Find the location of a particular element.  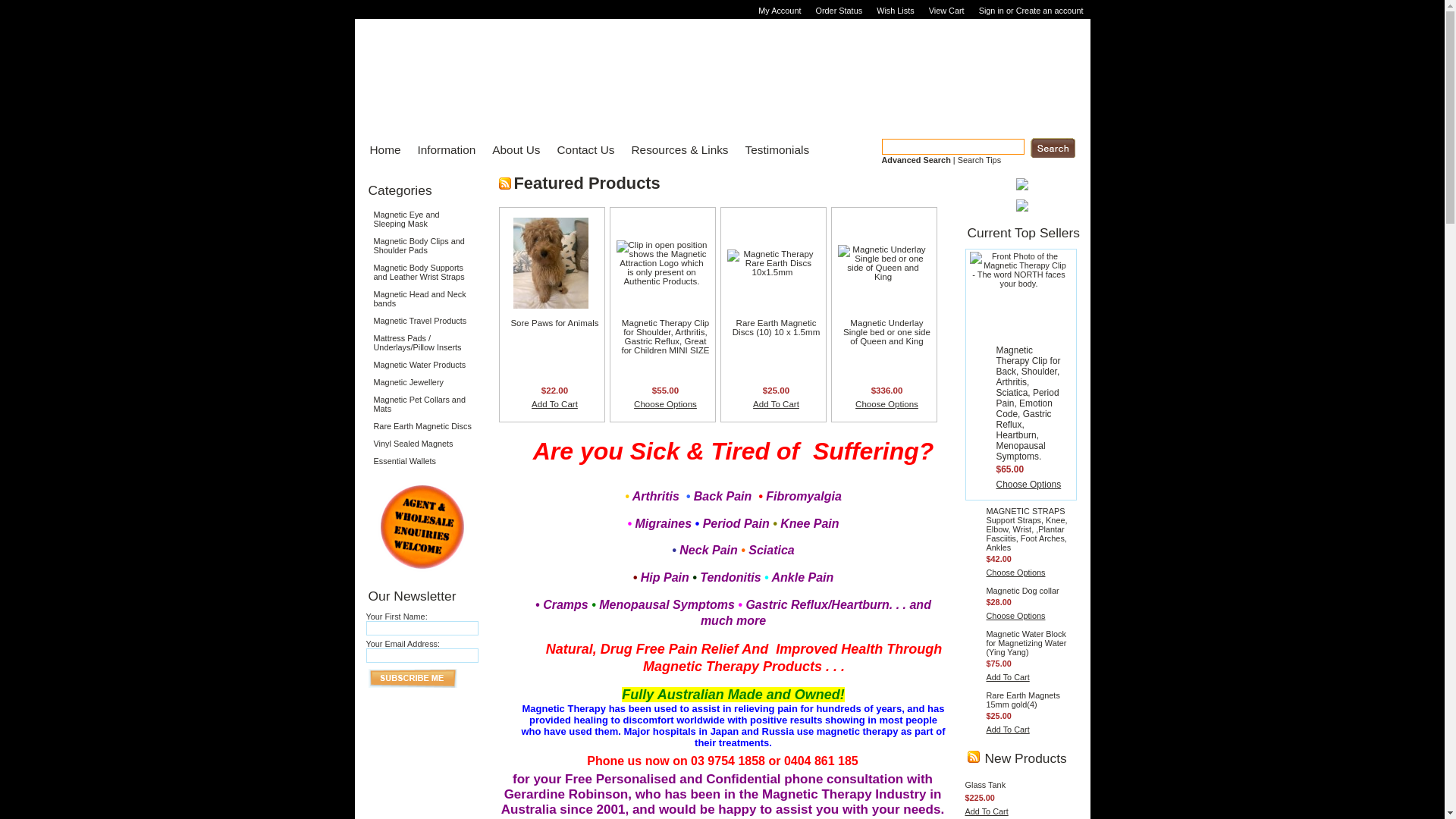

'Rare Earth Magnets 15mm gold(4)' is located at coordinates (1022, 699).